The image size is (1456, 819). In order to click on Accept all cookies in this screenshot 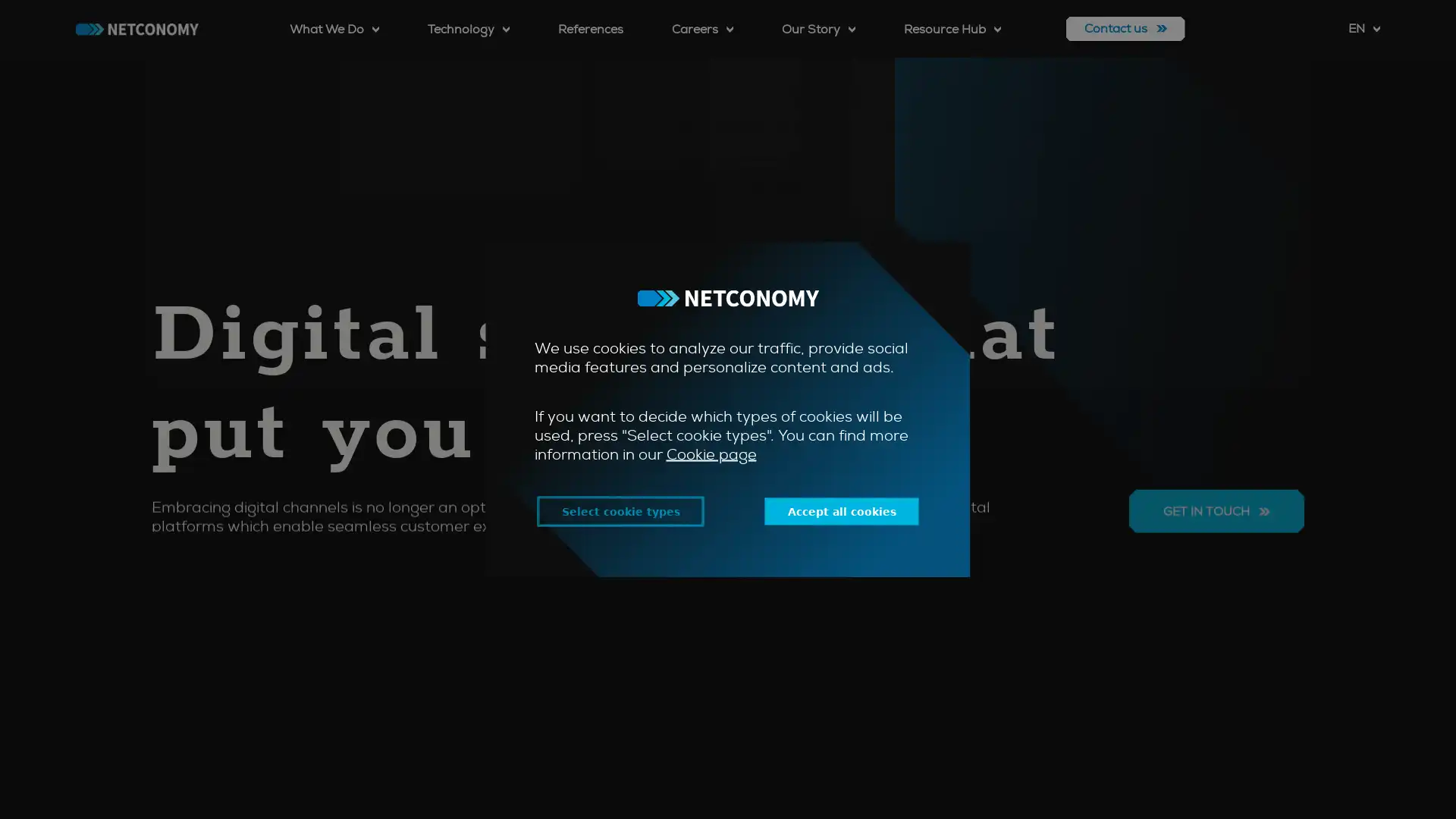, I will do `click(851, 511)`.